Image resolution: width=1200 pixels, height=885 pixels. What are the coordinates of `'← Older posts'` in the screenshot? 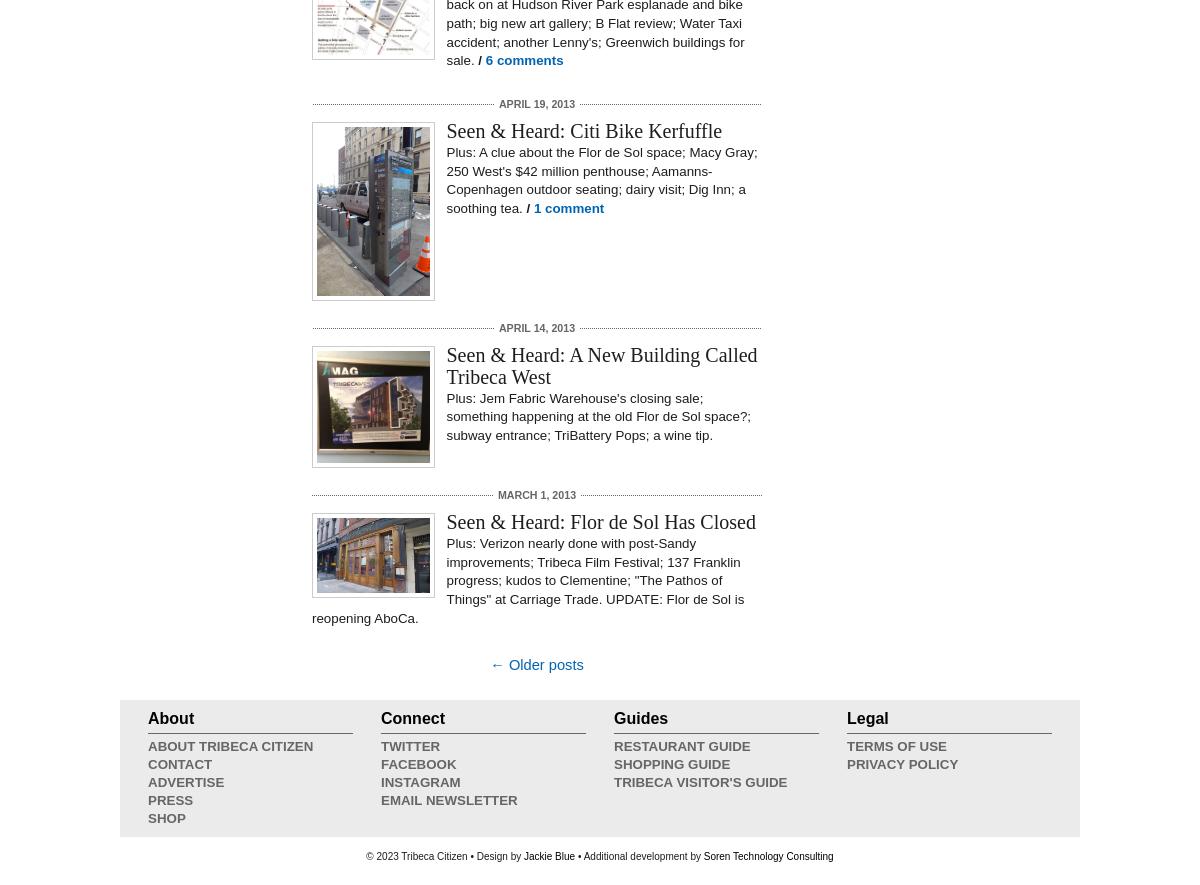 It's located at (535, 664).